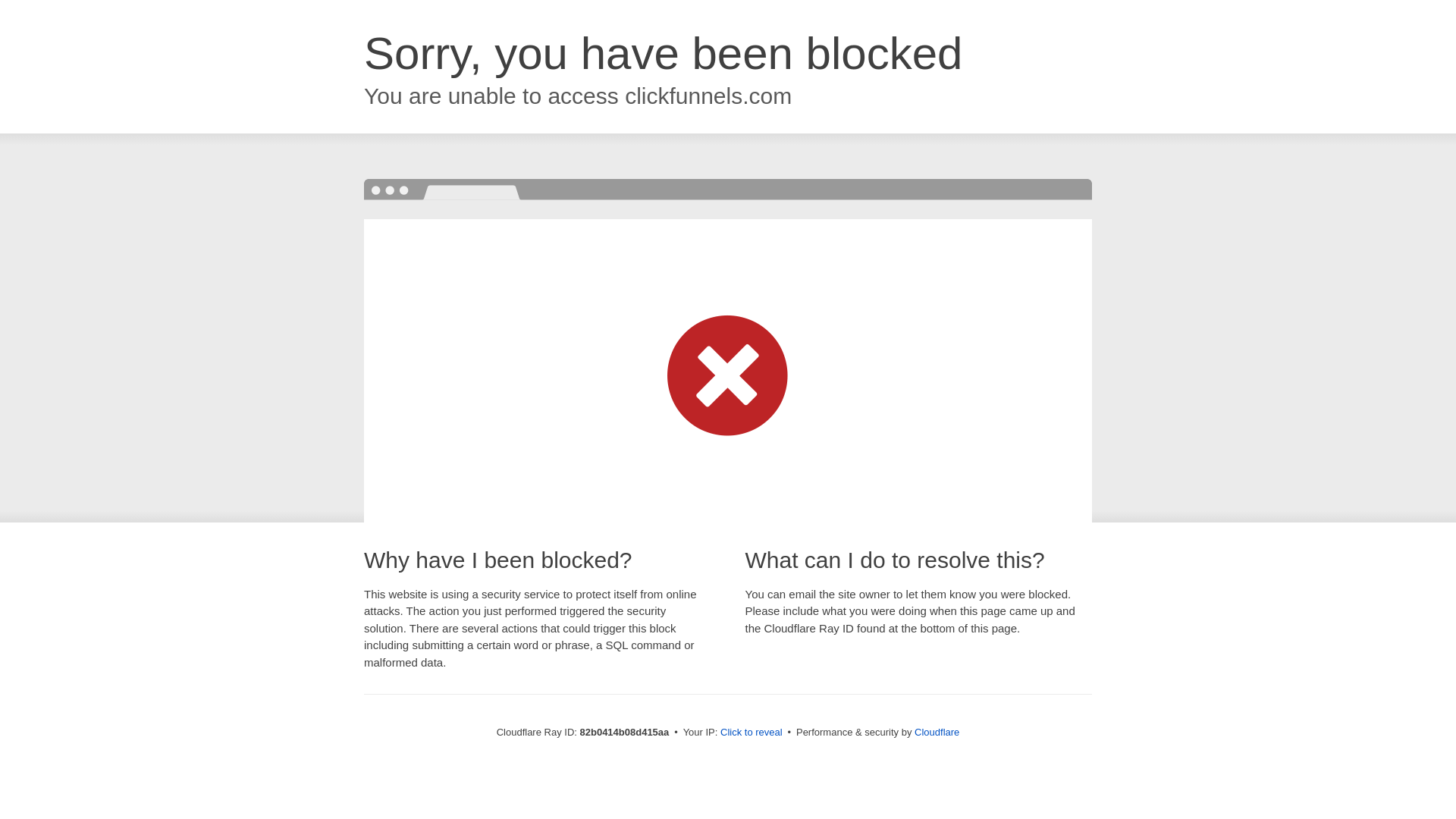  What do you see at coordinates (751, 731) in the screenshot?
I see `'Click to reveal'` at bounding box center [751, 731].